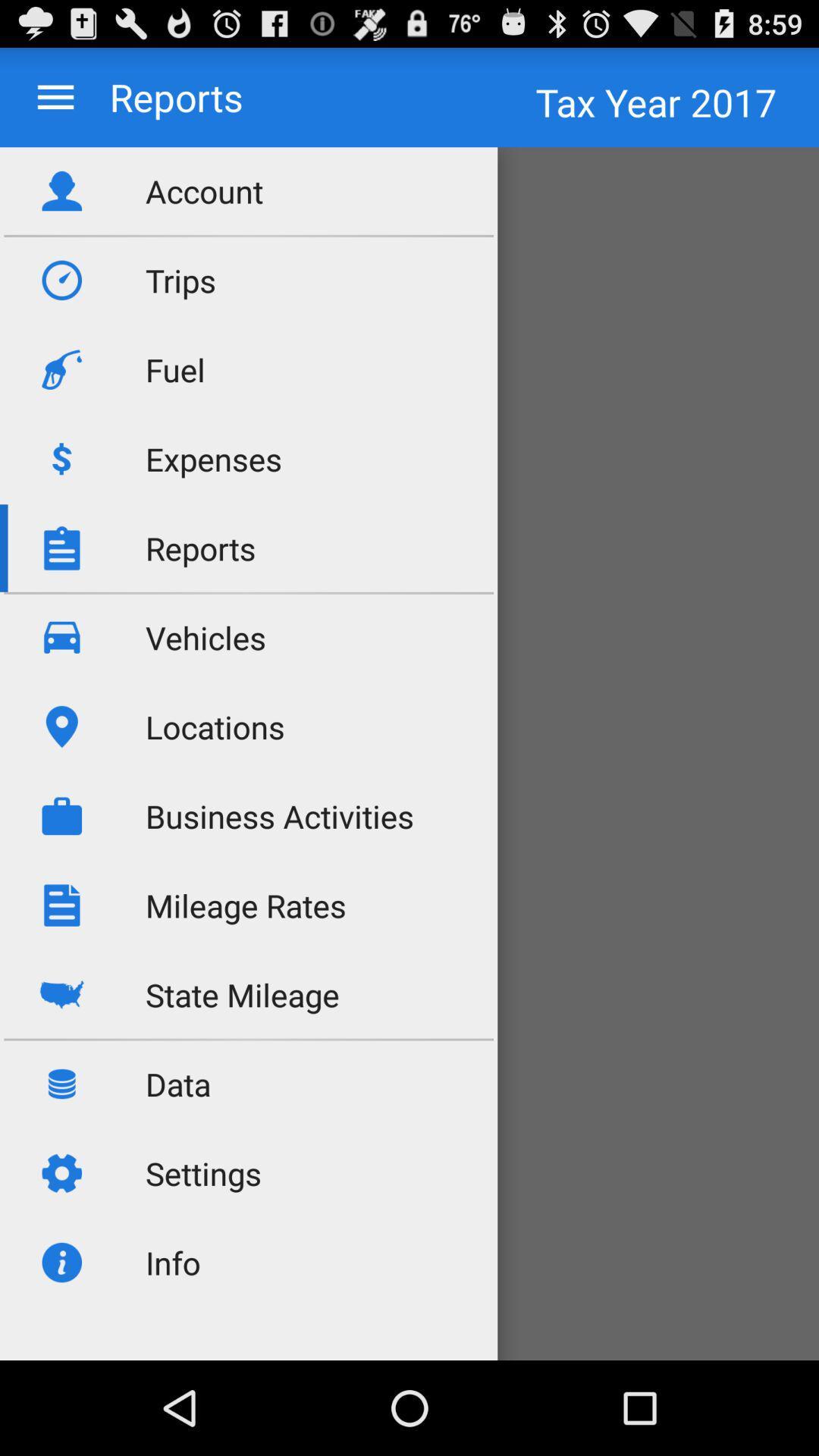 This screenshot has height=1456, width=819. I want to click on the locations, so click(215, 726).